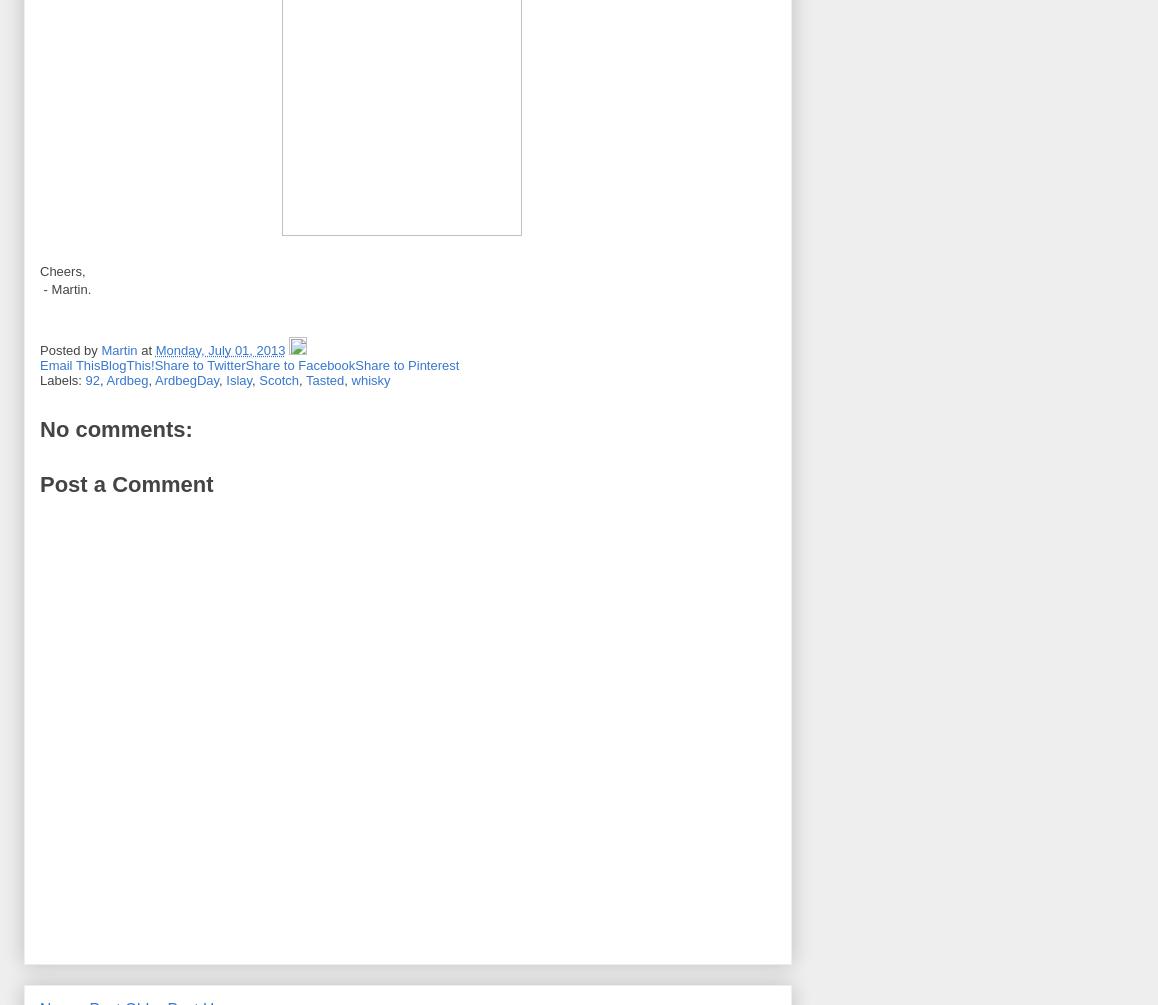 This screenshot has height=1005, width=1158. I want to click on 'Cheers,', so click(64, 269).